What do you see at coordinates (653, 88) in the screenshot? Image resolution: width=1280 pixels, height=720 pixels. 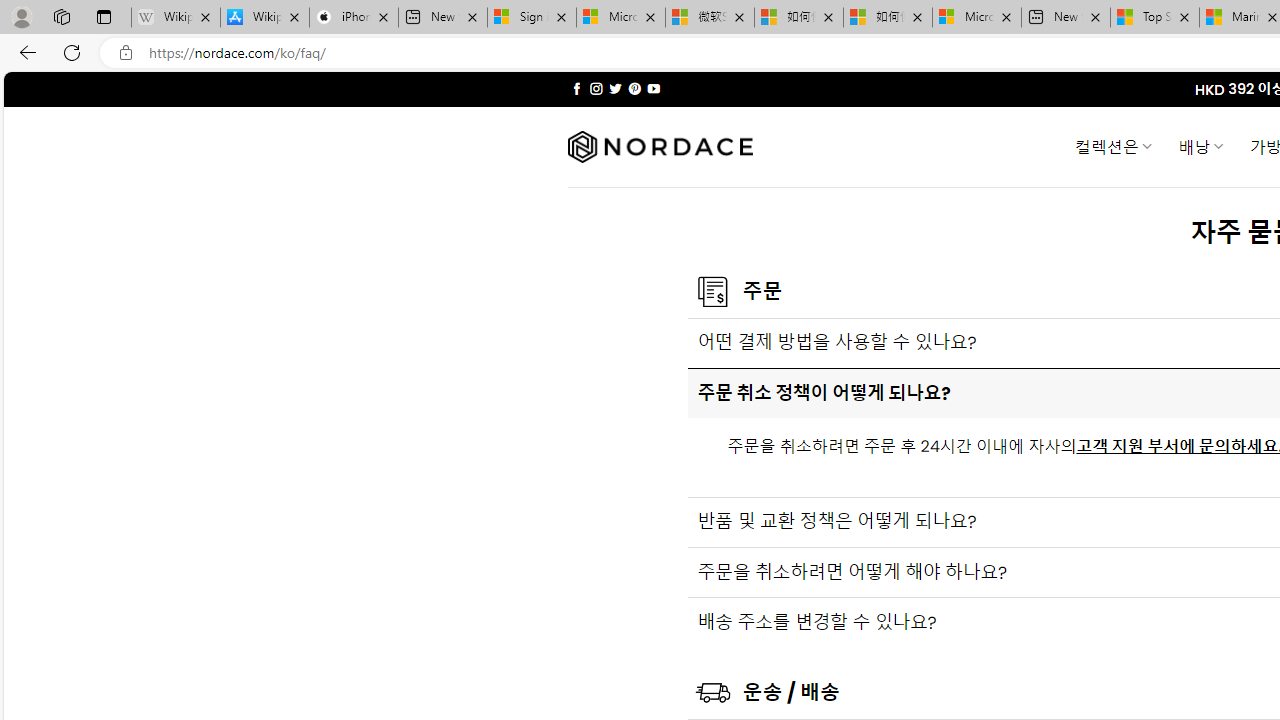 I see `'Follow on YouTube'` at bounding box center [653, 88].